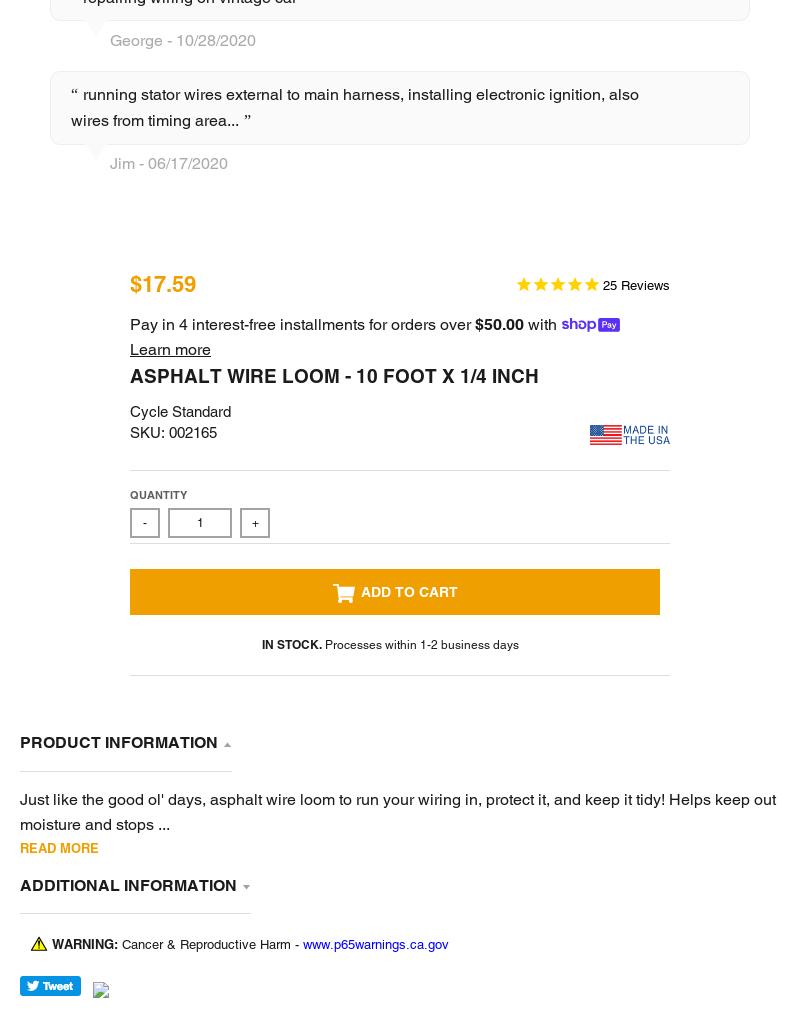 Image resolution: width=800 pixels, height=1011 pixels. What do you see at coordinates (346, 484) in the screenshot?
I see `'<'` at bounding box center [346, 484].